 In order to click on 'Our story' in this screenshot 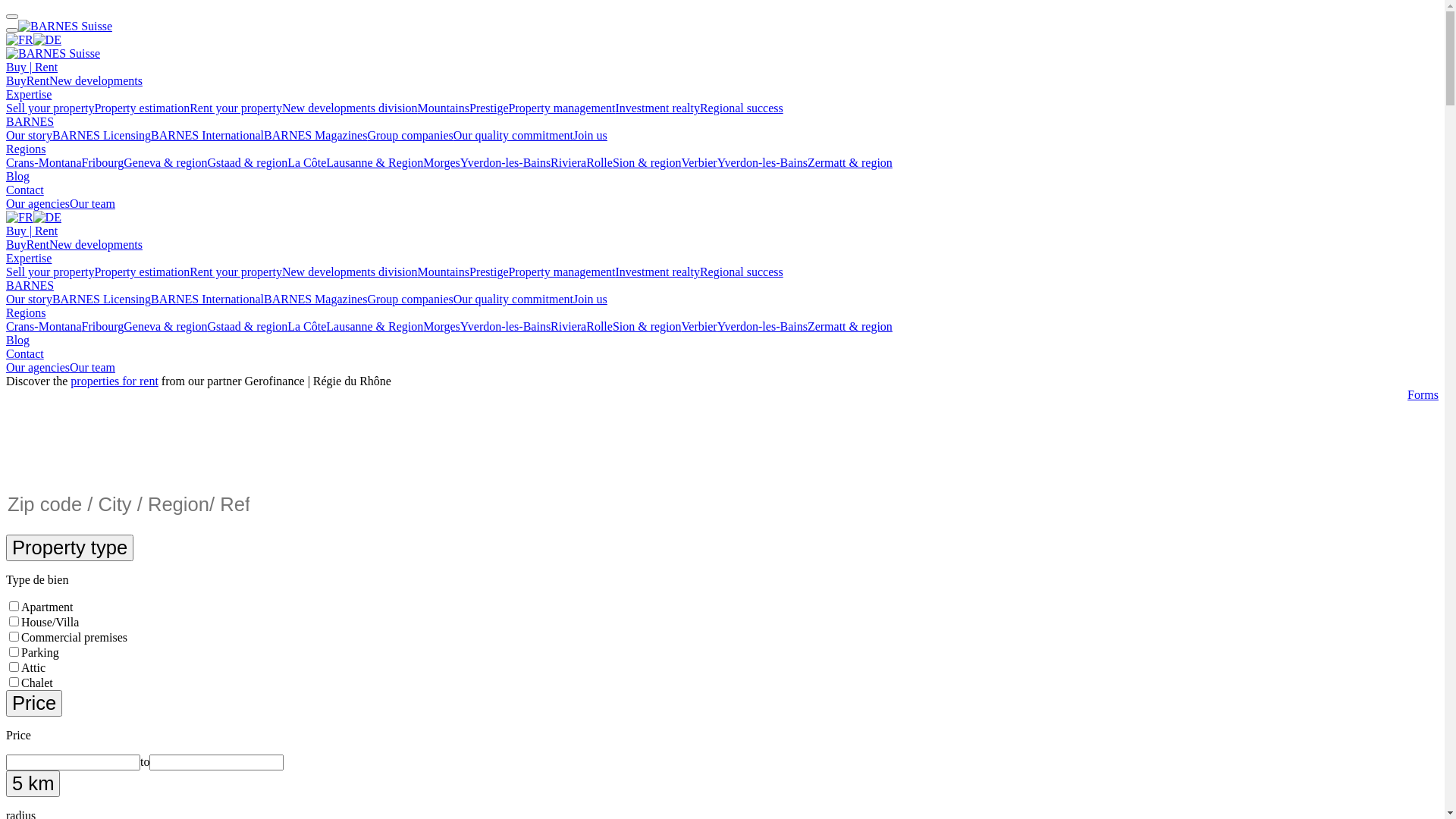, I will do `click(29, 299)`.